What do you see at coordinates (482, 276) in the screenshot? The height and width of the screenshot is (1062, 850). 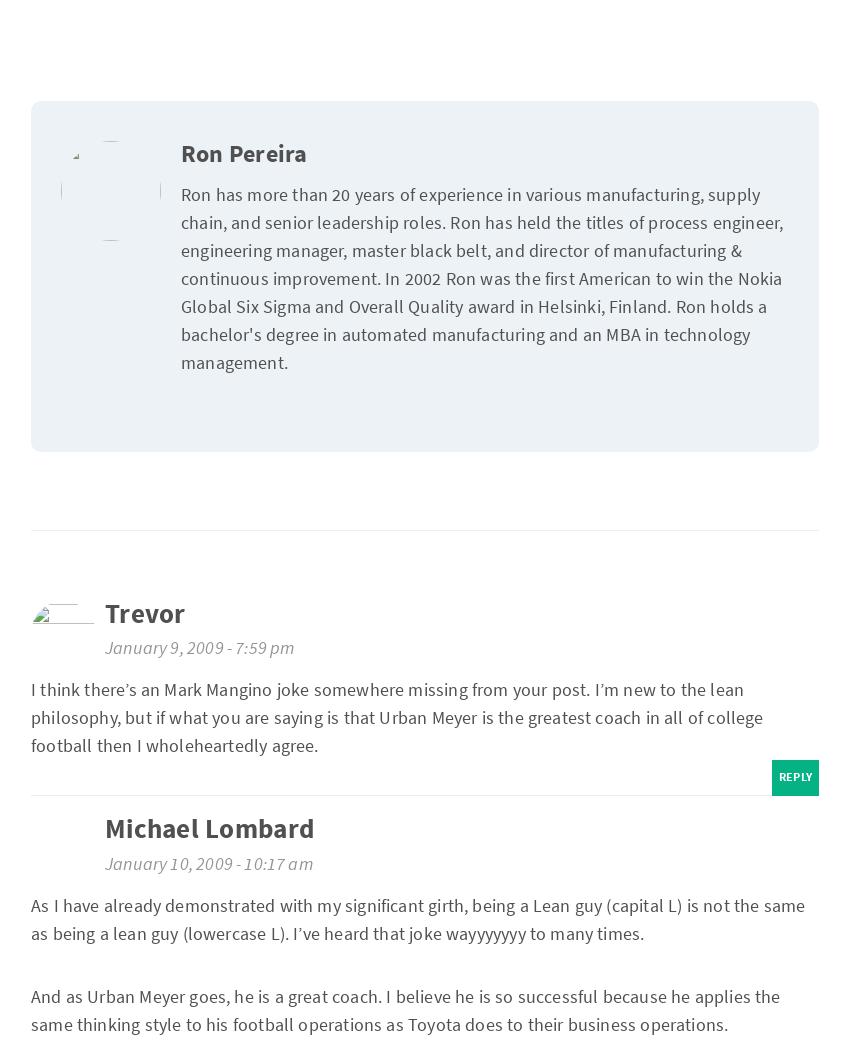 I see `'Ron has more than 20 years of experience in various manufacturing, supply chain, and senior leadership roles. Ron has held the titles of process engineer, engineering manager, master black belt, and director of manufacturing & continuous improvement. In 2002 Ron was the first American to win the Nokia Global Six Sigma and Overall Quality award in Helsinki, Finland. Ron holds a bachelor's degree in automated manufacturing and an MBA in technology management.'` at bounding box center [482, 276].